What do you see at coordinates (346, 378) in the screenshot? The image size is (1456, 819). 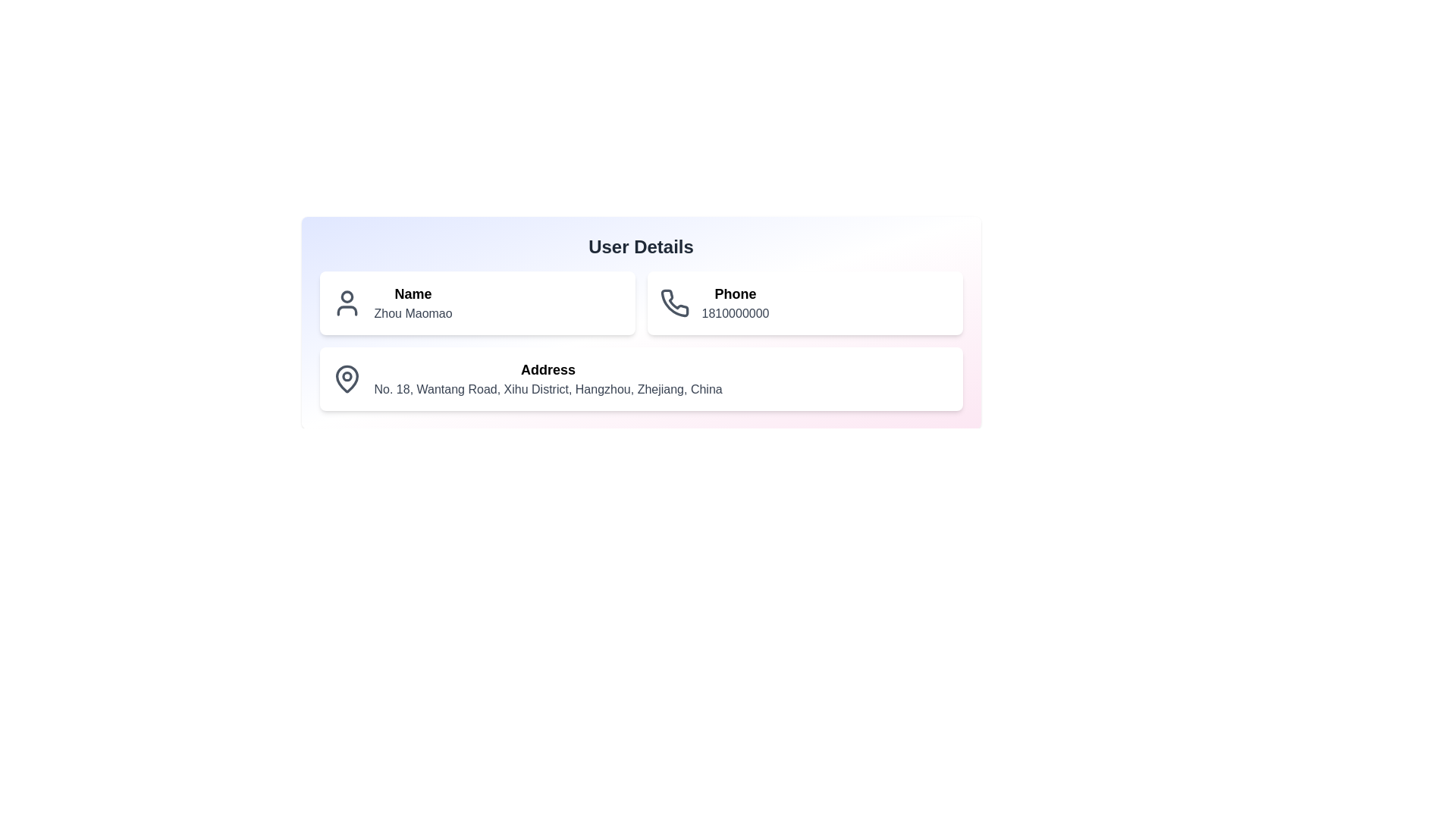 I see `the location pin icon in the 'Address' section, which is styled in gray and appears to the left of the address text` at bounding box center [346, 378].